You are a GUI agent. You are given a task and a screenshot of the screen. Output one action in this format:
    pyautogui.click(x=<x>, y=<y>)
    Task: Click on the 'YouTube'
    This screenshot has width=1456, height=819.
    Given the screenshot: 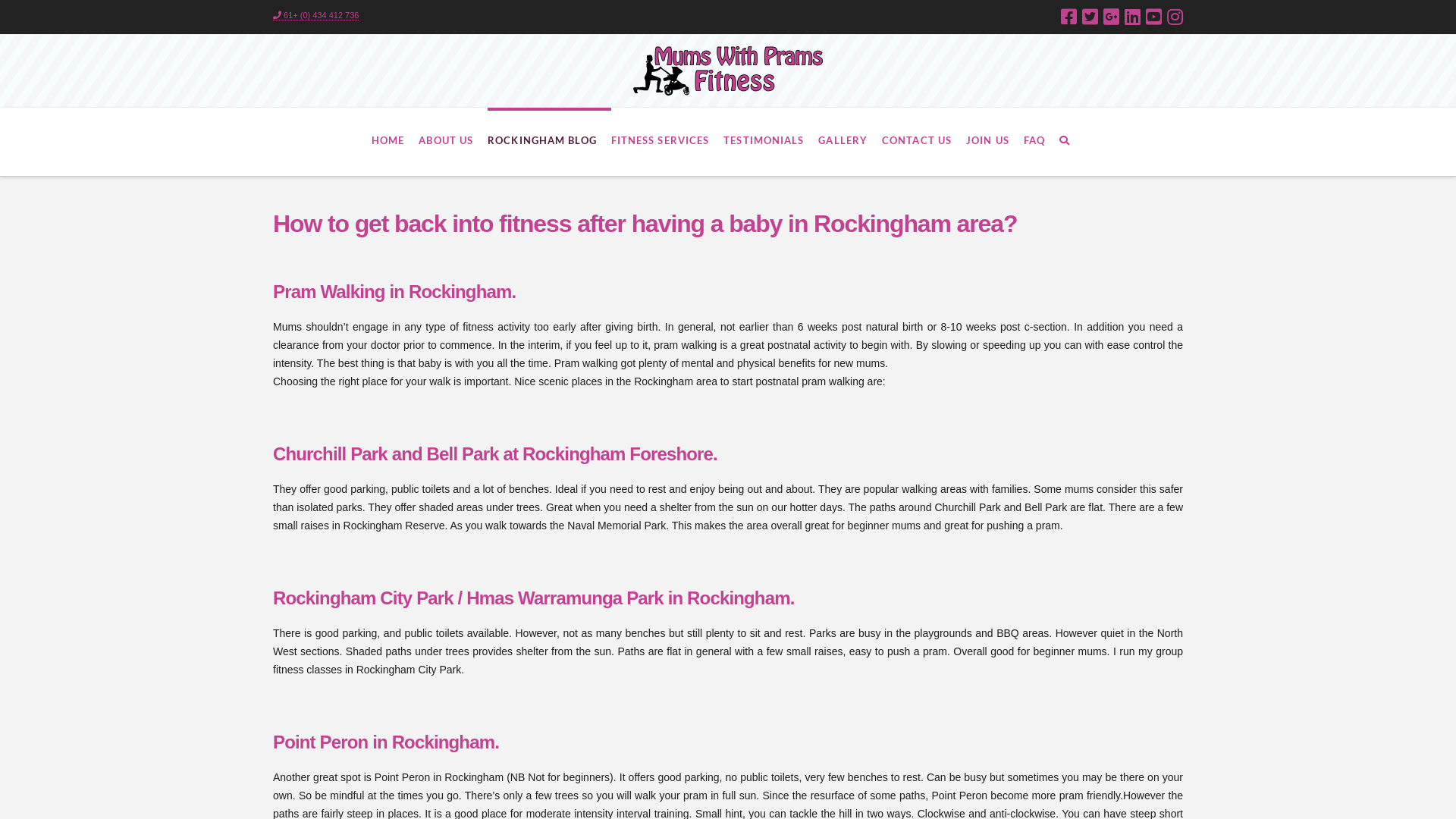 What is the action you would take?
    pyautogui.click(x=1153, y=17)
    